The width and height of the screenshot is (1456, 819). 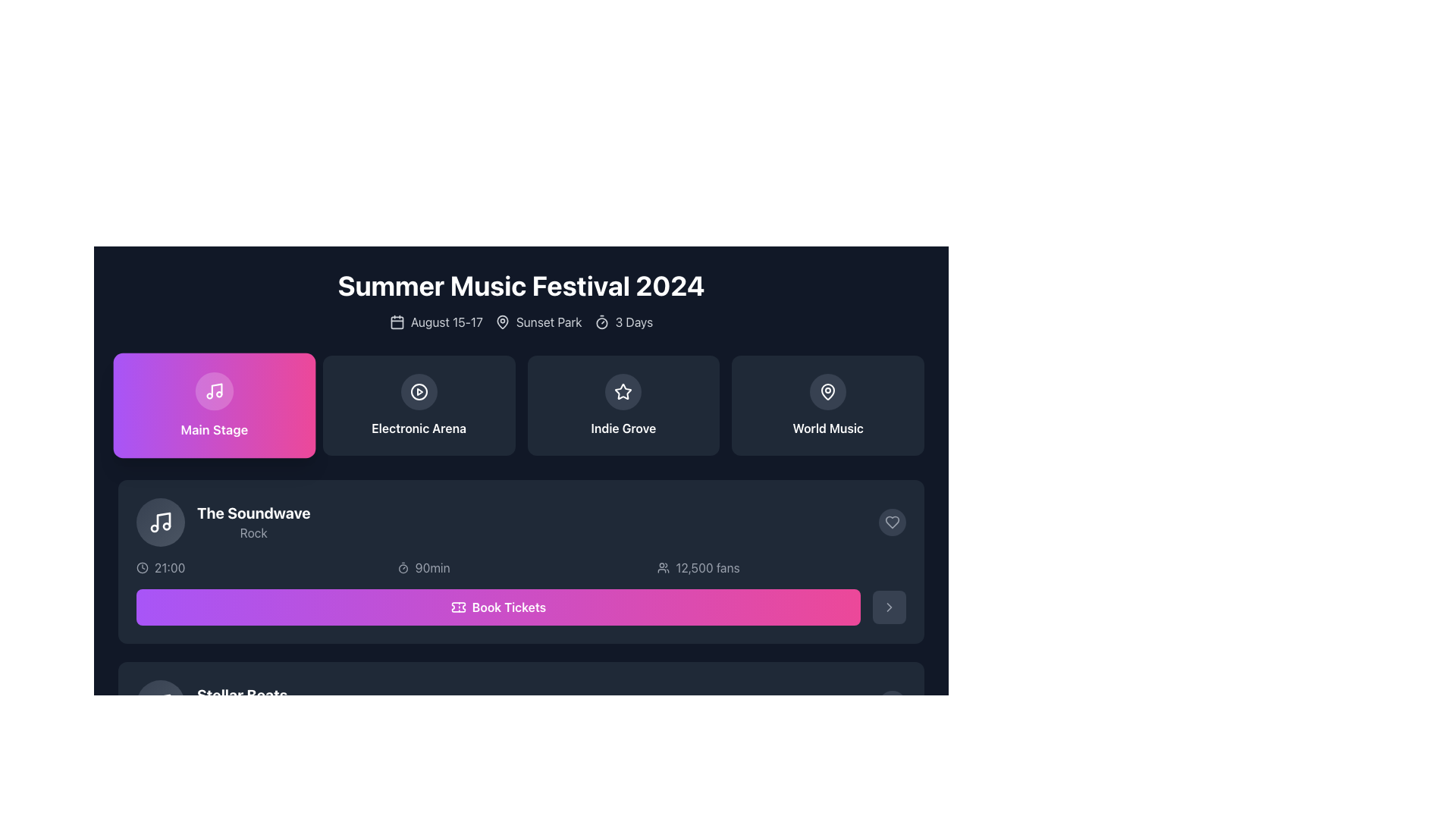 What do you see at coordinates (538, 321) in the screenshot?
I see `text element displaying 'Sunset Park' which is located centrally in the top section of the interface, just below the title 'Summer Music Festival 2024'` at bounding box center [538, 321].